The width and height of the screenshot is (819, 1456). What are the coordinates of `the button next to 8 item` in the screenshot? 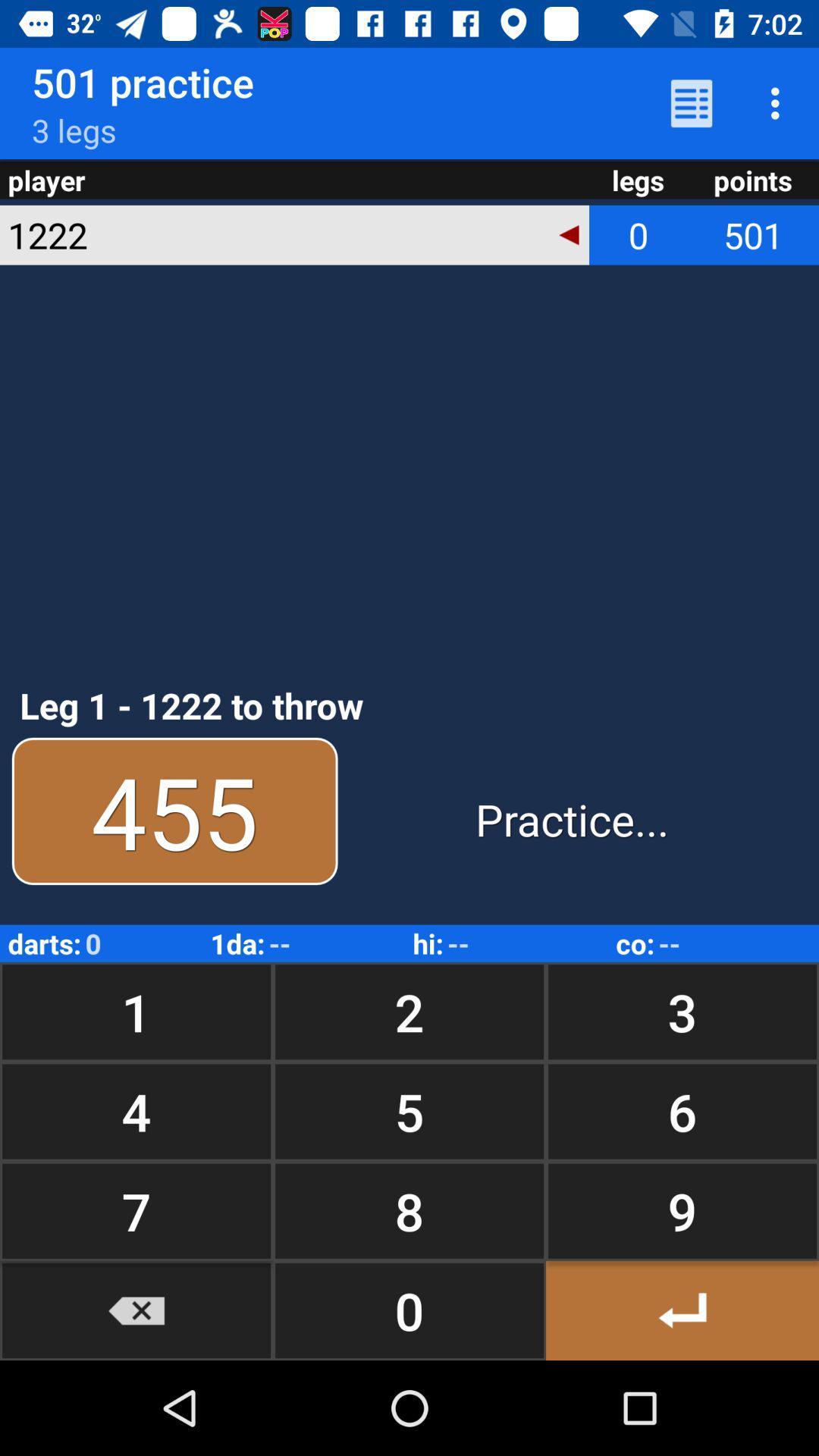 It's located at (136, 1310).